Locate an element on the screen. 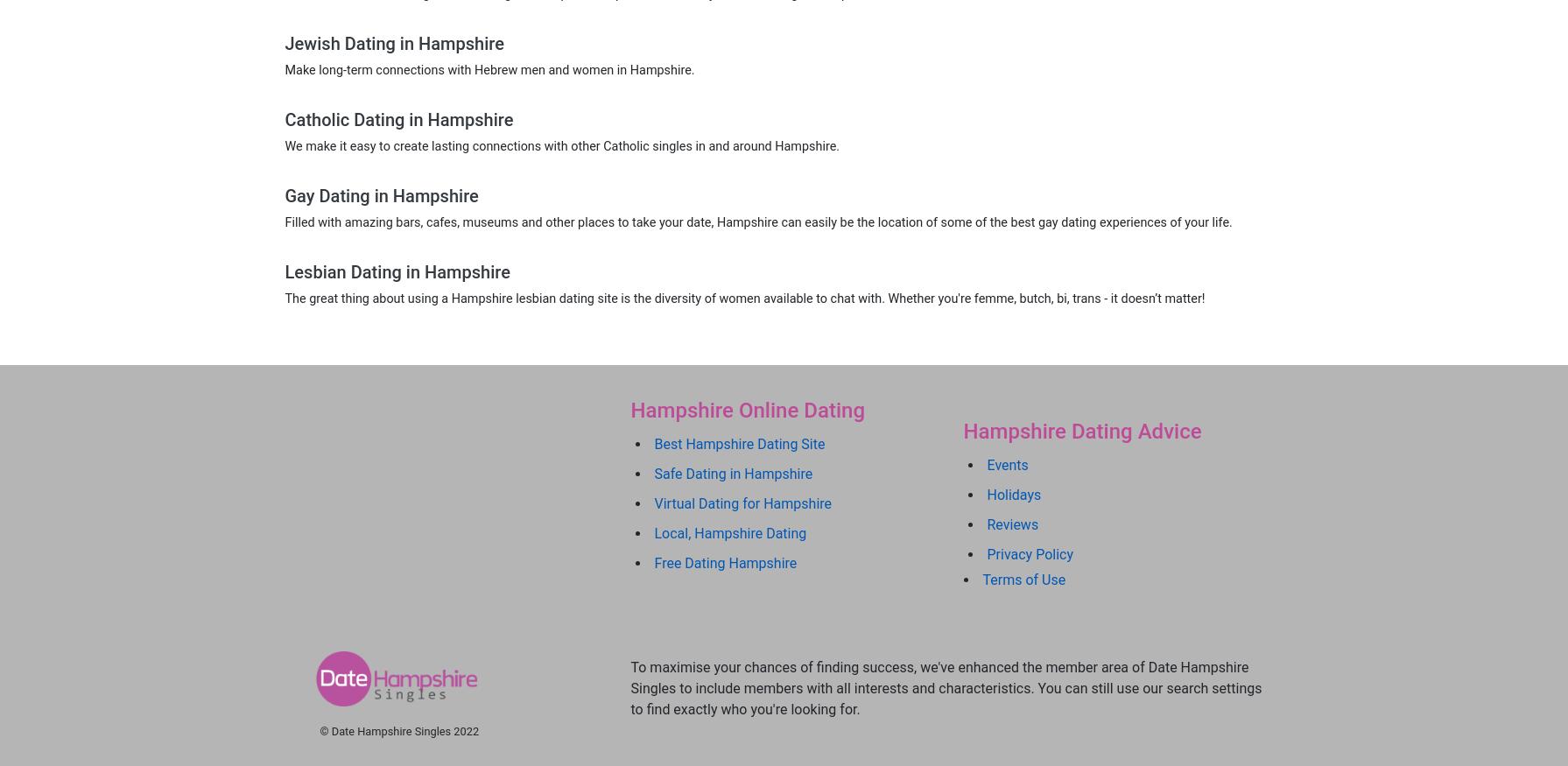 The height and width of the screenshot is (766, 1568). 'We make it easy to create lasting connections with other Catholic singles in and around Hampshire.' is located at coordinates (562, 145).